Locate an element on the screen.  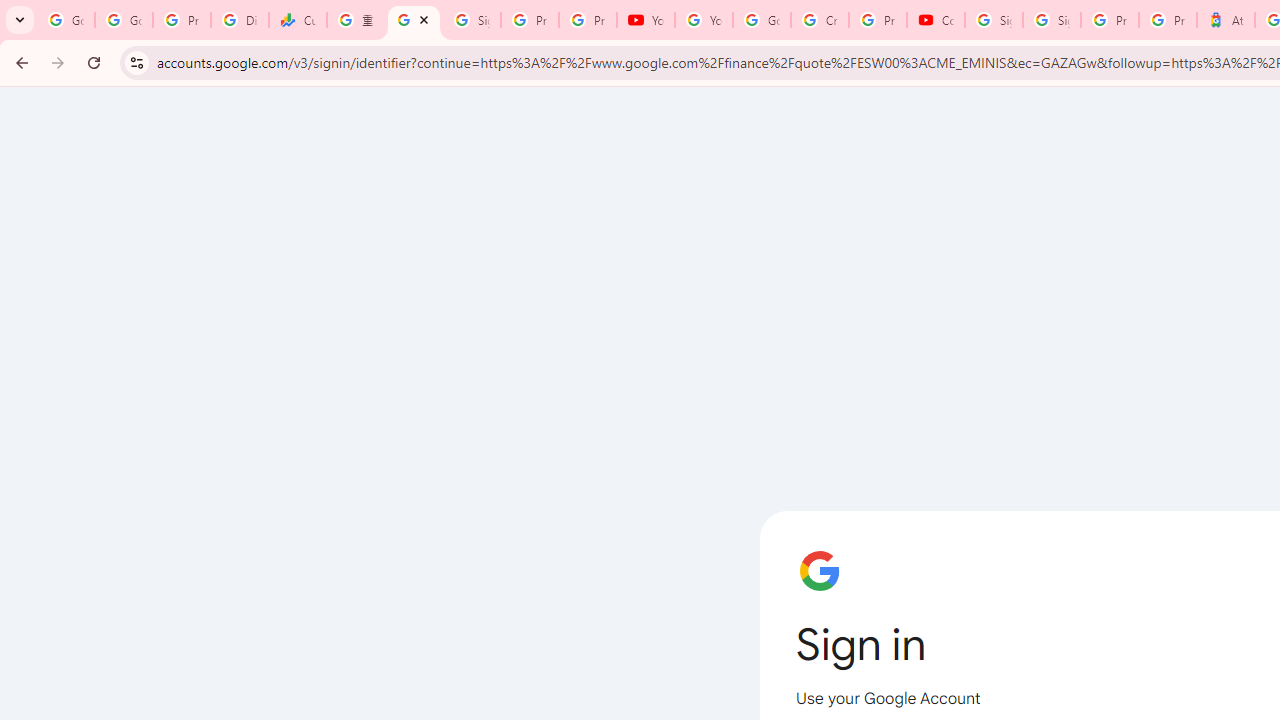
'Sign in - Google Accounts' is located at coordinates (1051, 20).